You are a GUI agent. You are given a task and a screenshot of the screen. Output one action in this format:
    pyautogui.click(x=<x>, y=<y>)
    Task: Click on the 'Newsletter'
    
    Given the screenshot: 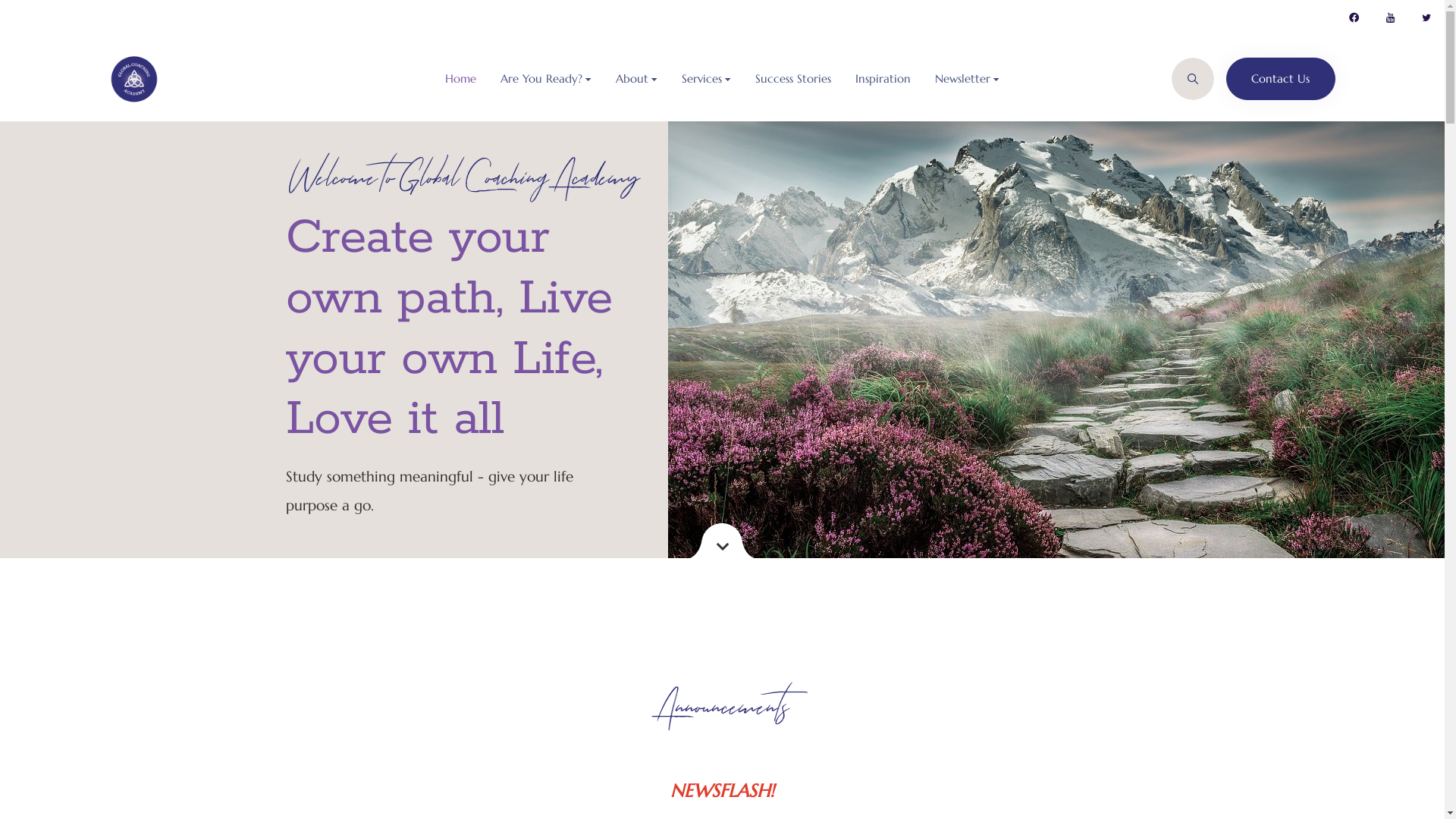 What is the action you would take?
    pyautogui.click(x=966, y=79)
    